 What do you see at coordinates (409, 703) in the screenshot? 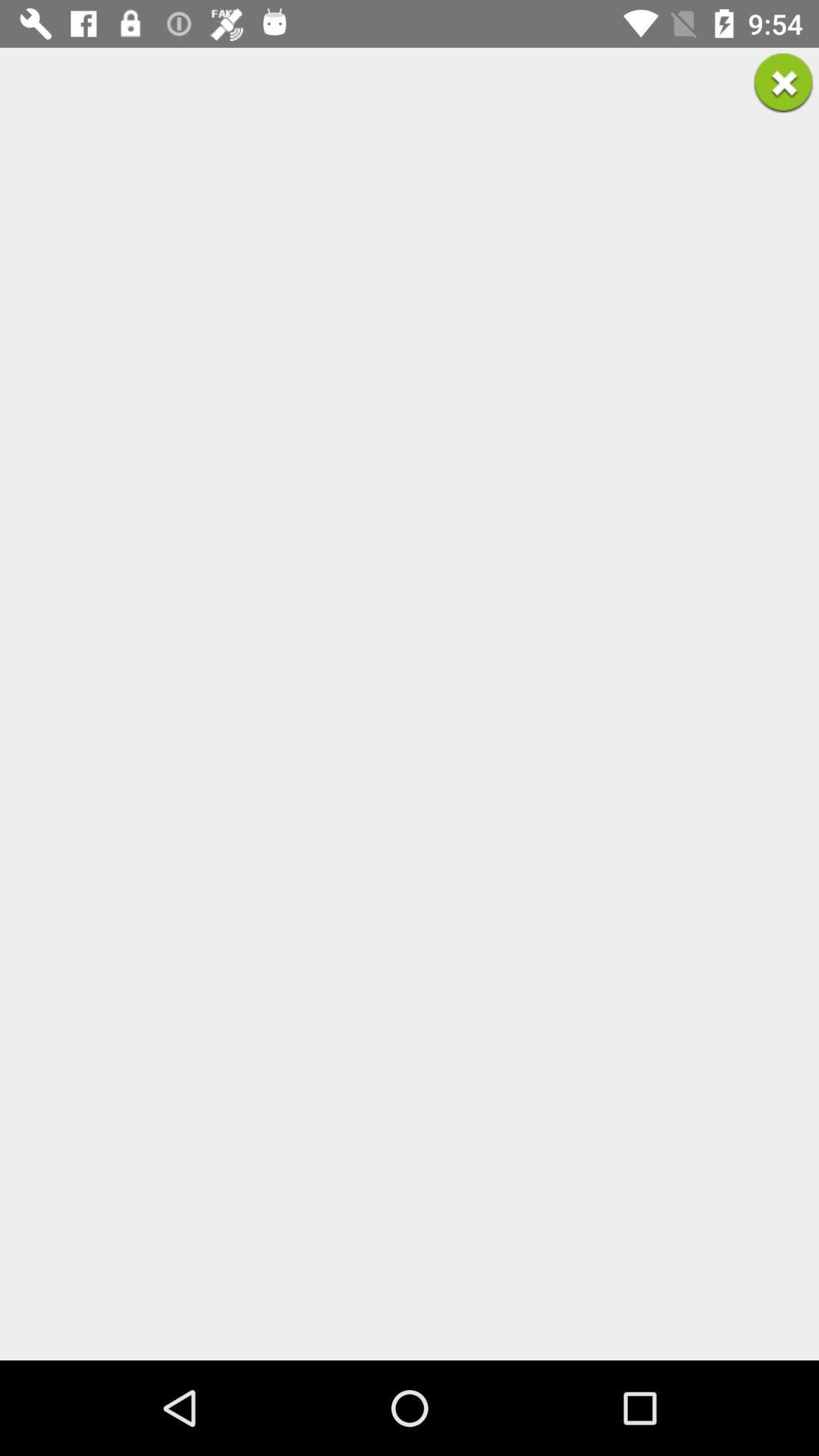
I see `the icon at the center` at bounding box center [409, 703].